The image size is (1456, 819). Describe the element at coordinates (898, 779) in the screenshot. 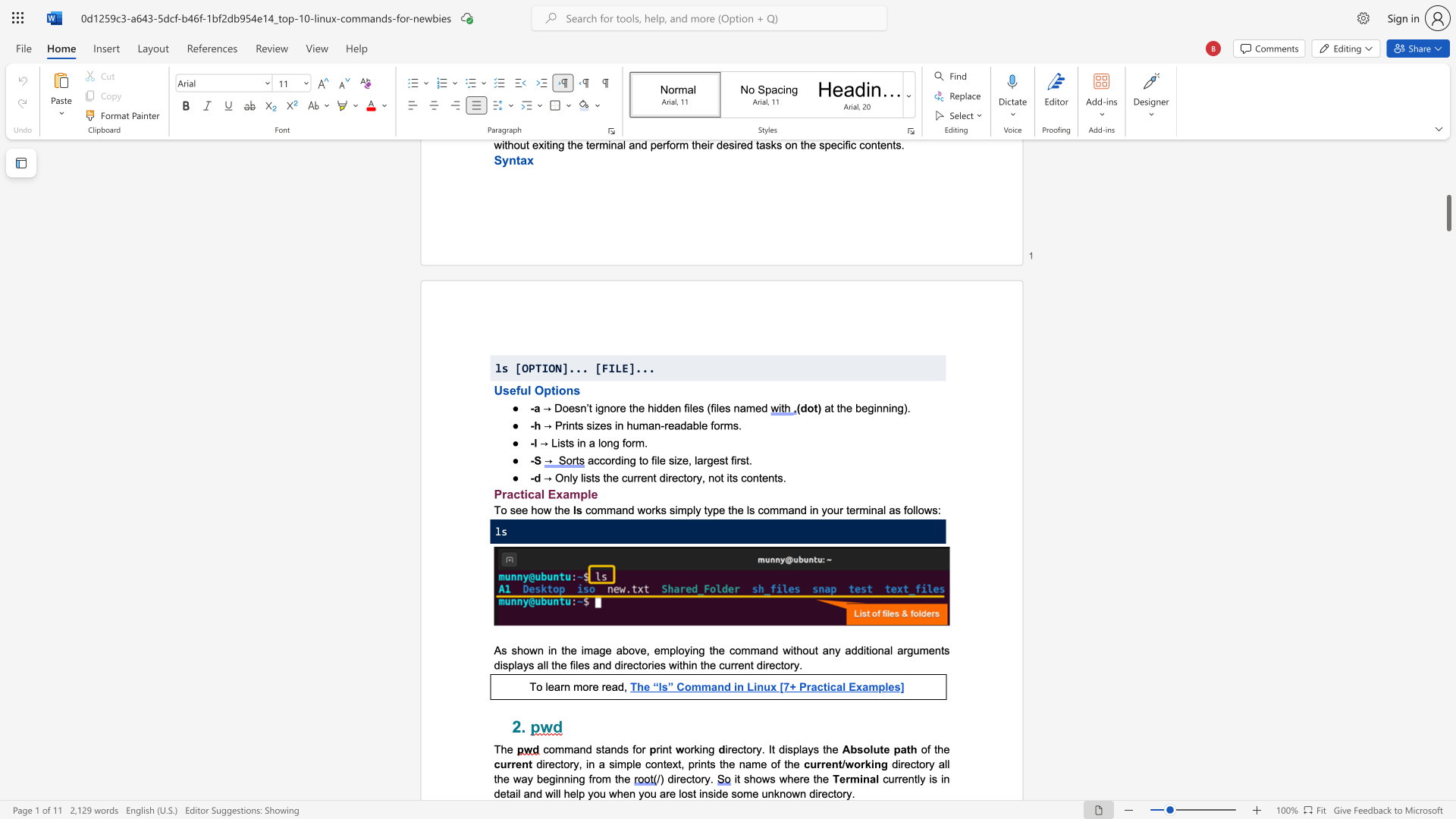

I see `the subset text "rently is in detail and will help you wh" within the text "currently is in detail and will help you when you are lost inside some unknown directory."` at that location.